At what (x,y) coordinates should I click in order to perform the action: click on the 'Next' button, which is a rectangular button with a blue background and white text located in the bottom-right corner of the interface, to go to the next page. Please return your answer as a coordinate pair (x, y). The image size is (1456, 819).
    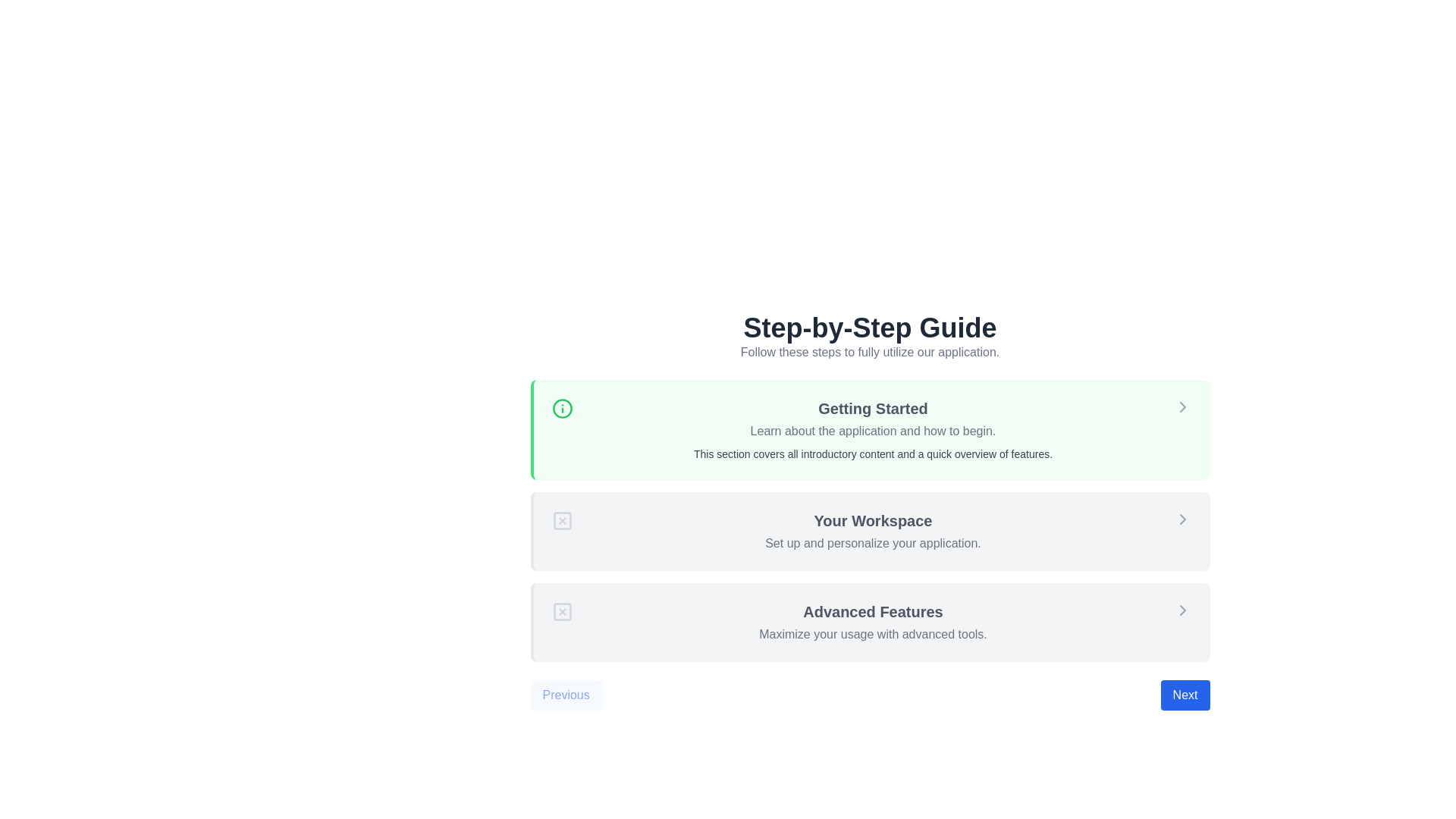
    Looking at the image, I should click on (1185, 695).